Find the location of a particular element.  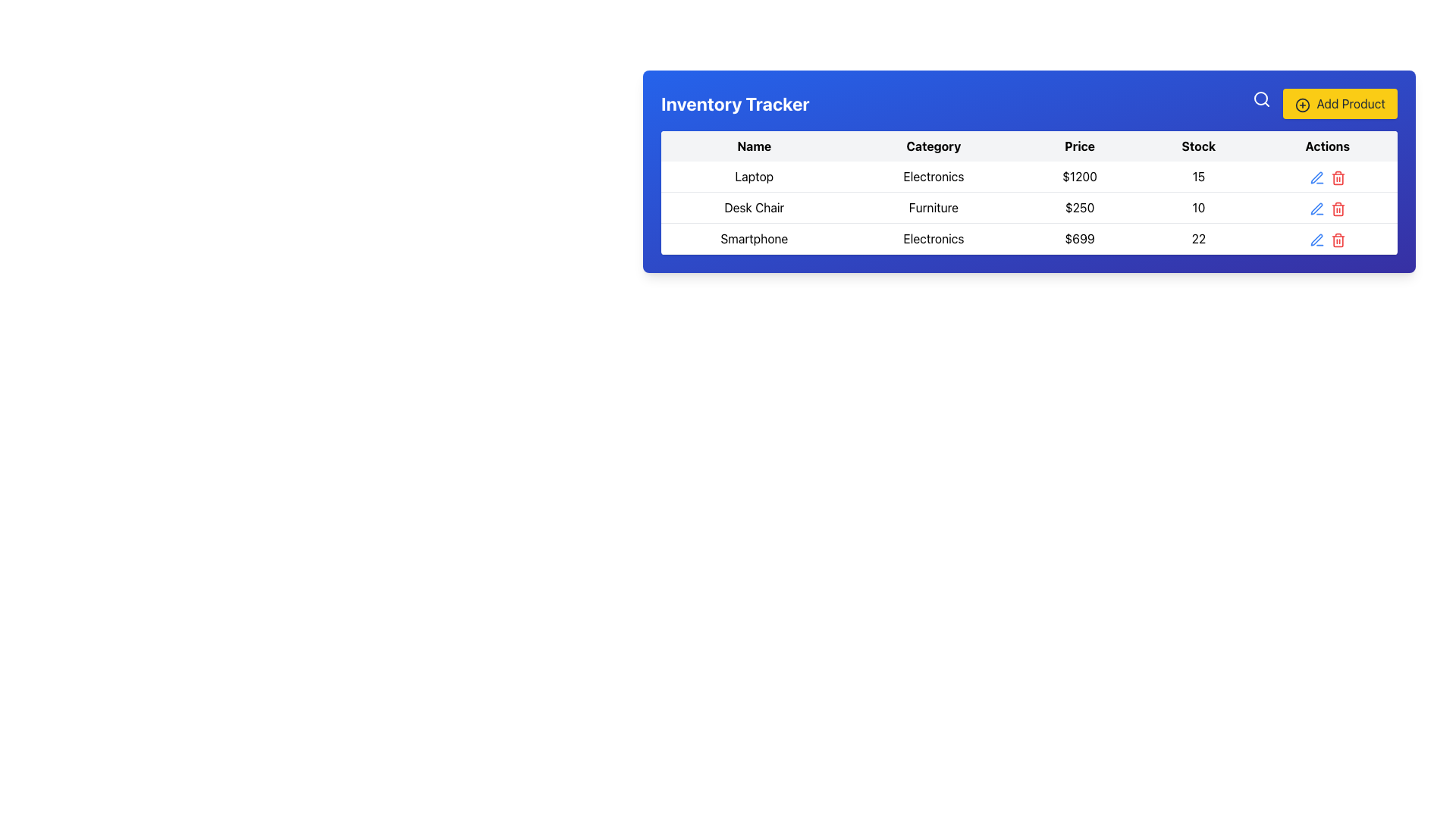

text 'Smartphone' located in the first cell of the last row of a table, under the 'Name' header is located at coordinates (754, 239).